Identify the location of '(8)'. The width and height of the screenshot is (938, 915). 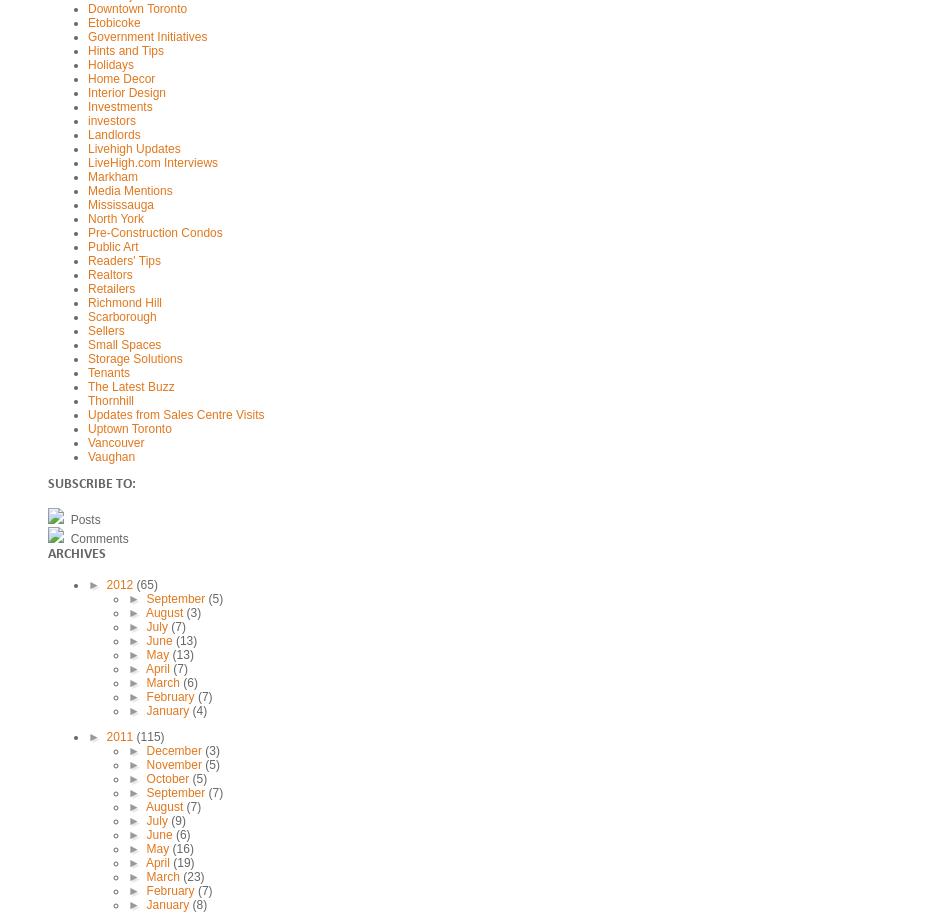
(198, 903).